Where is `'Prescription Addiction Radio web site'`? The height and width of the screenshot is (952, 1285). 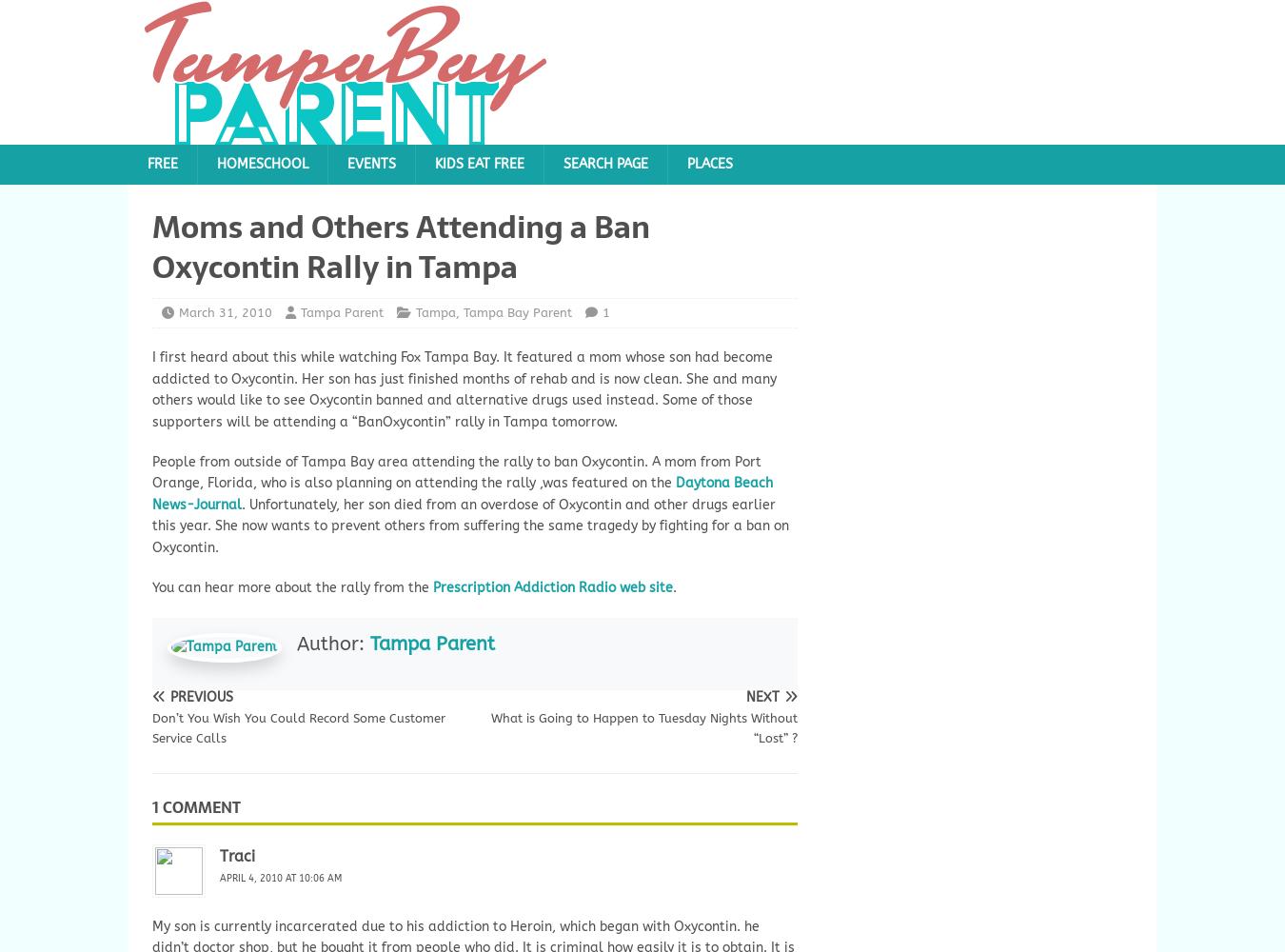
'Prescription Addiction Radio web site' is located at coordinates (553, 585).